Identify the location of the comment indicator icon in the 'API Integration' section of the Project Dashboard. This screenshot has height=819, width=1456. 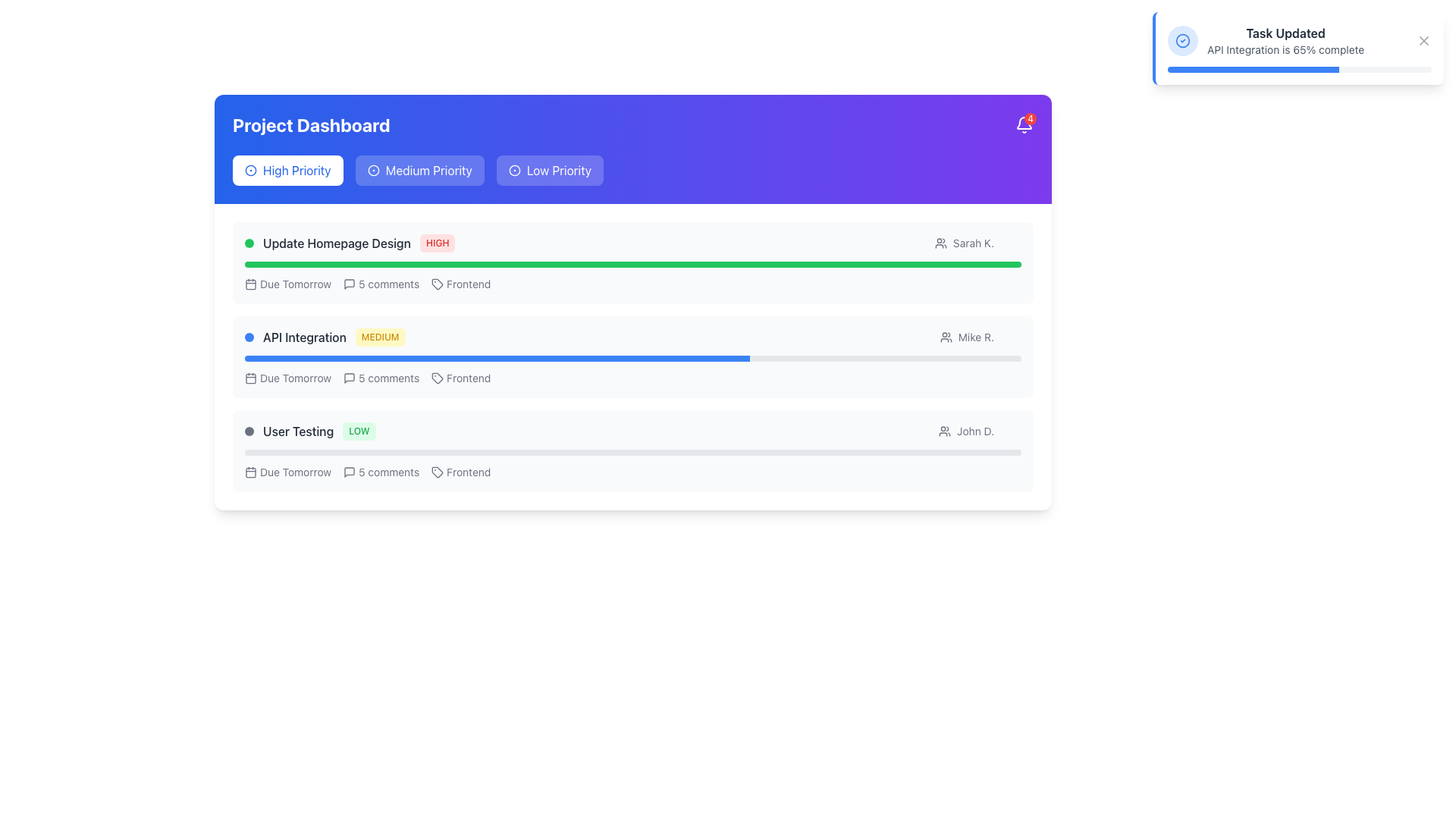
(381, 377).